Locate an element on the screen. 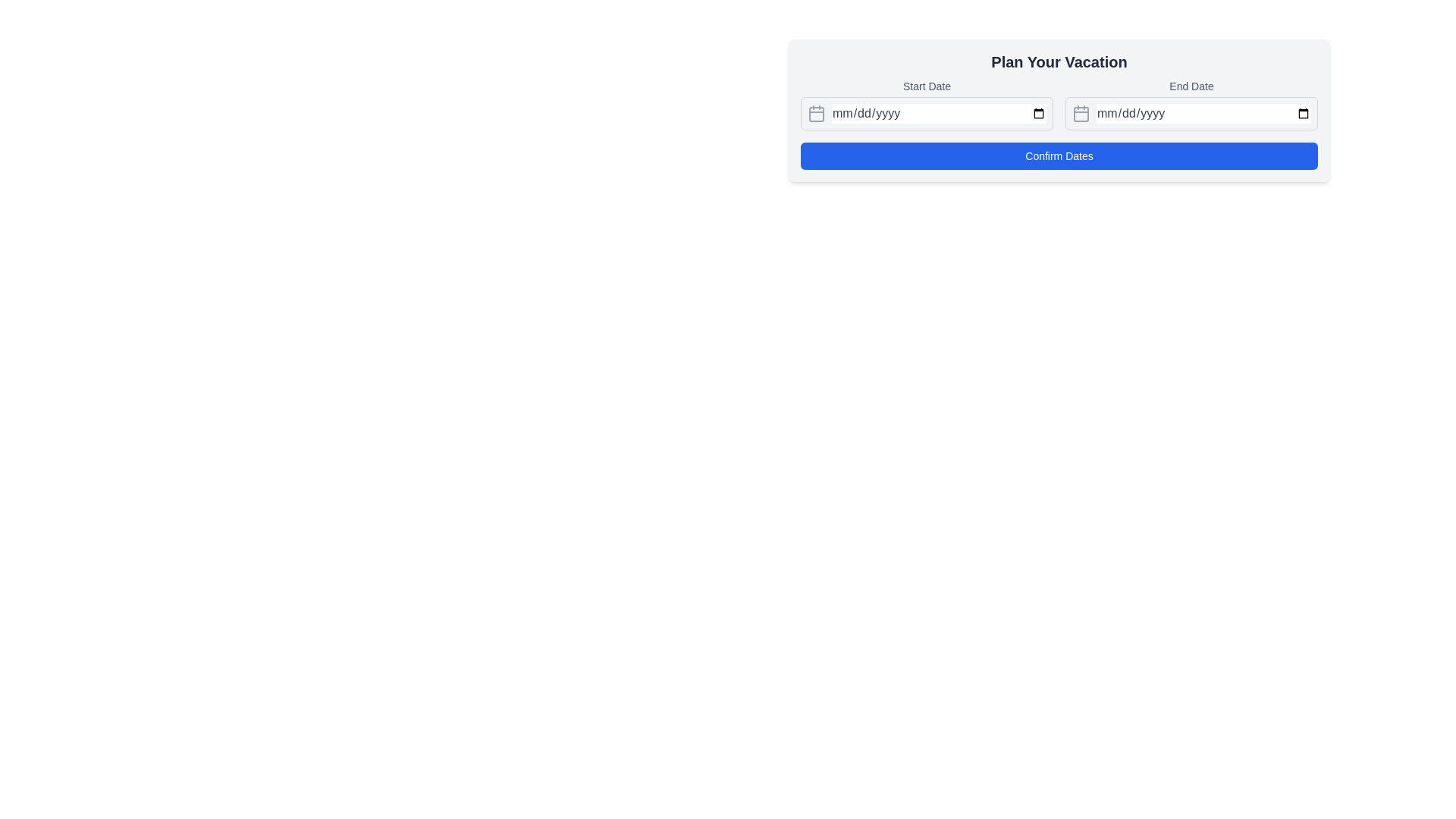 This screenshot has height=819, width=1456. the end date input field located under the 'End Date' label, to the right of the 'Start Date' input is located at coordinates (1191, 113).